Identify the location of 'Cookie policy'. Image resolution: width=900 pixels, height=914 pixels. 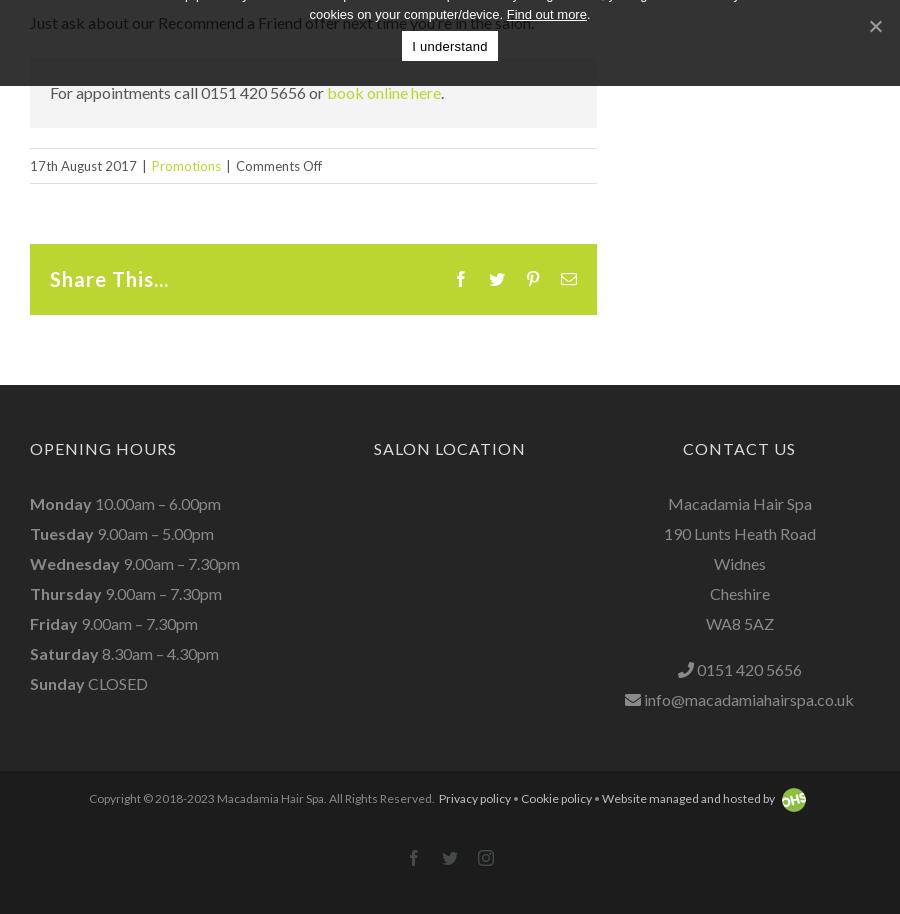
(554, 797).